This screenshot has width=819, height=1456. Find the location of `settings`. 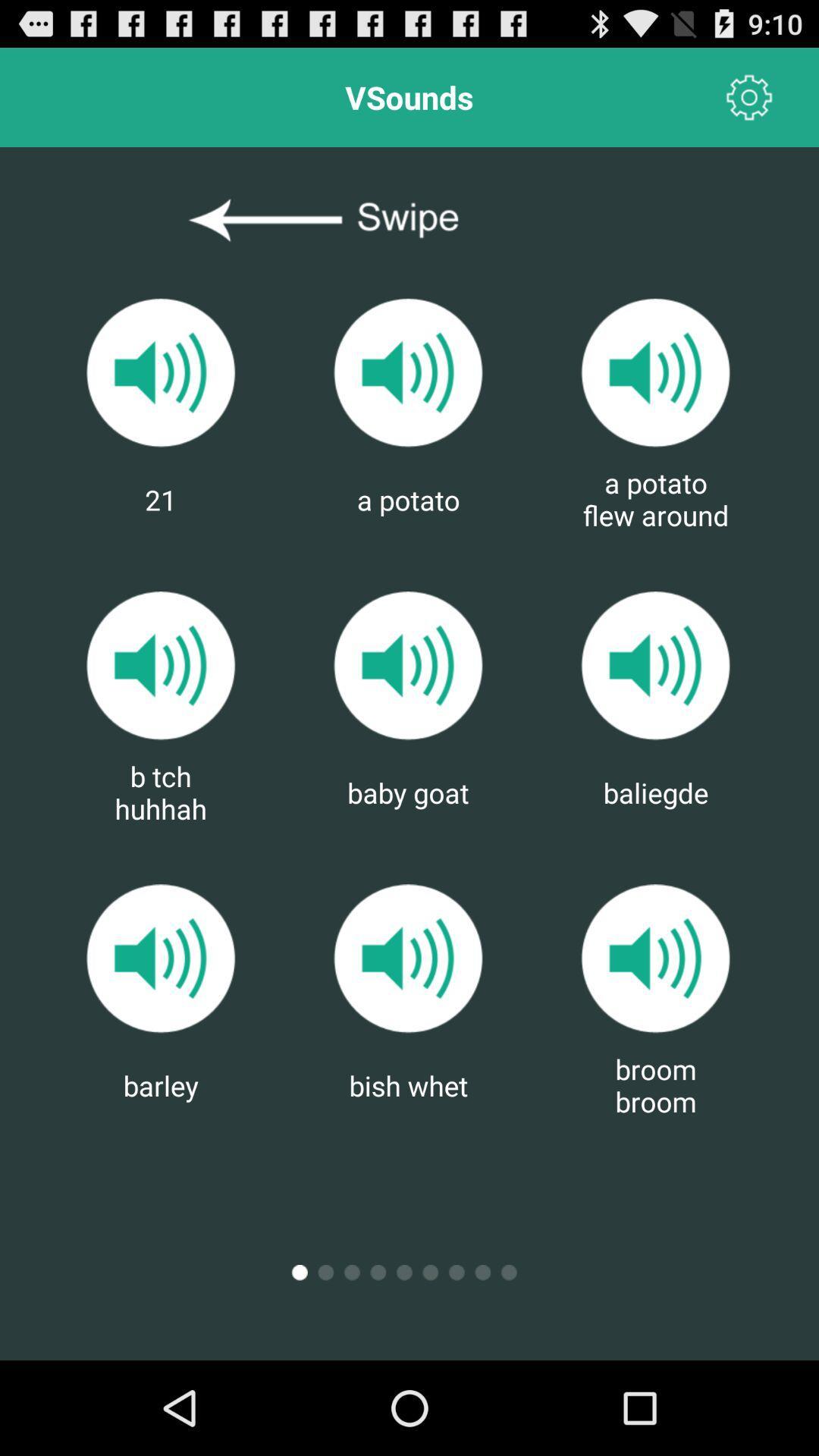

settings is located at coordinates (748, 96).